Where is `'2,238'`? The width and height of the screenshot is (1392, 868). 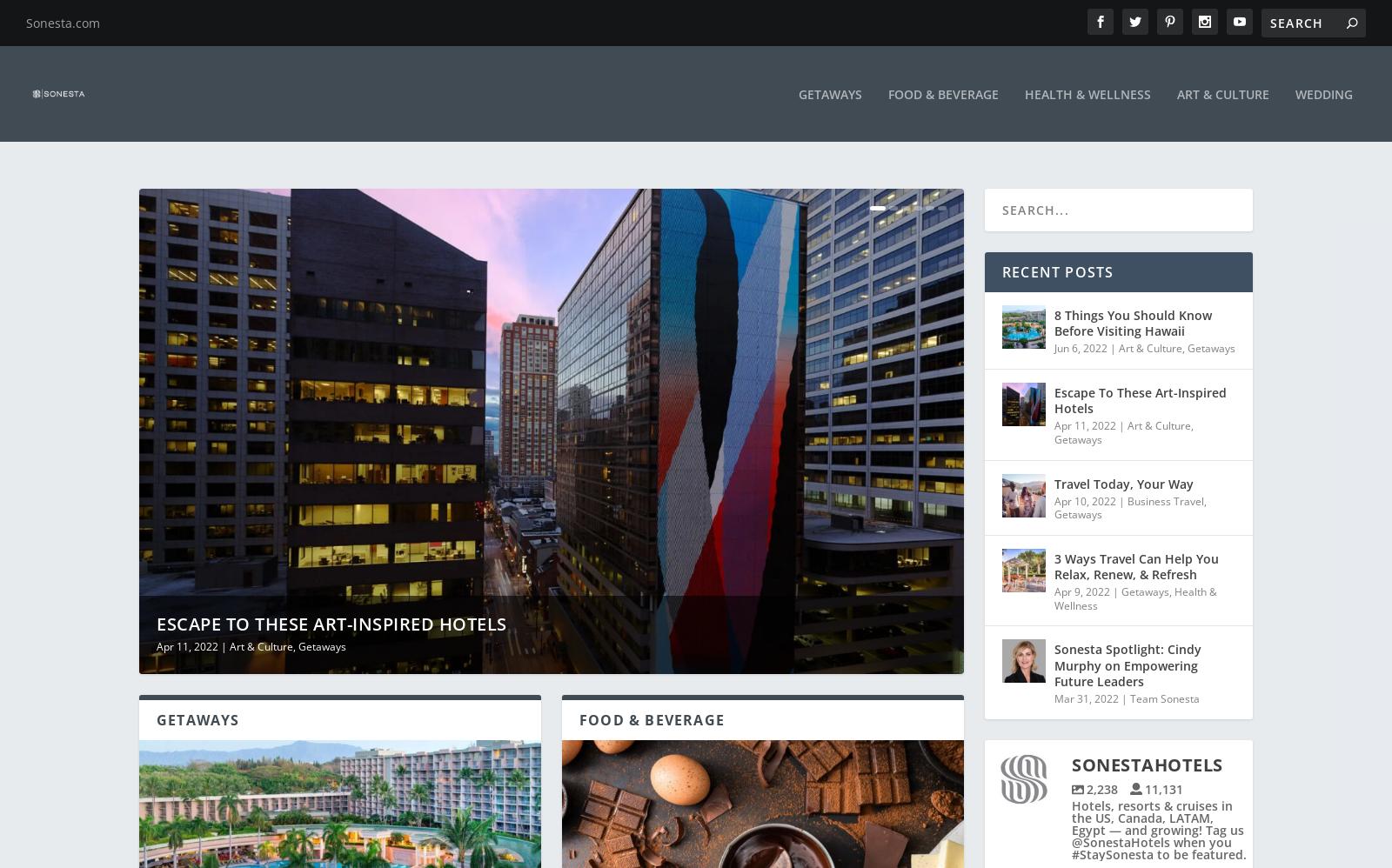 '2,238' is located at coordinates (1101, 775).